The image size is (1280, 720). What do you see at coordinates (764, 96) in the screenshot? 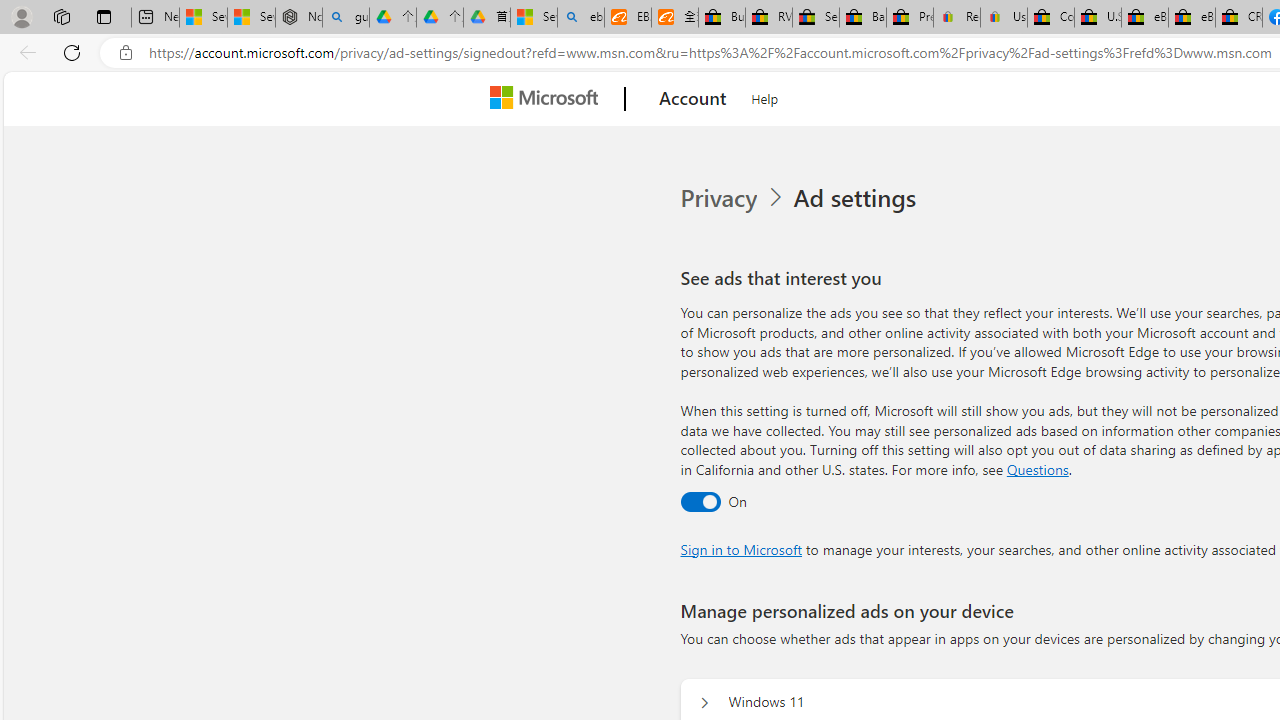
I see `'Help'` at bounding box center [764, 96].